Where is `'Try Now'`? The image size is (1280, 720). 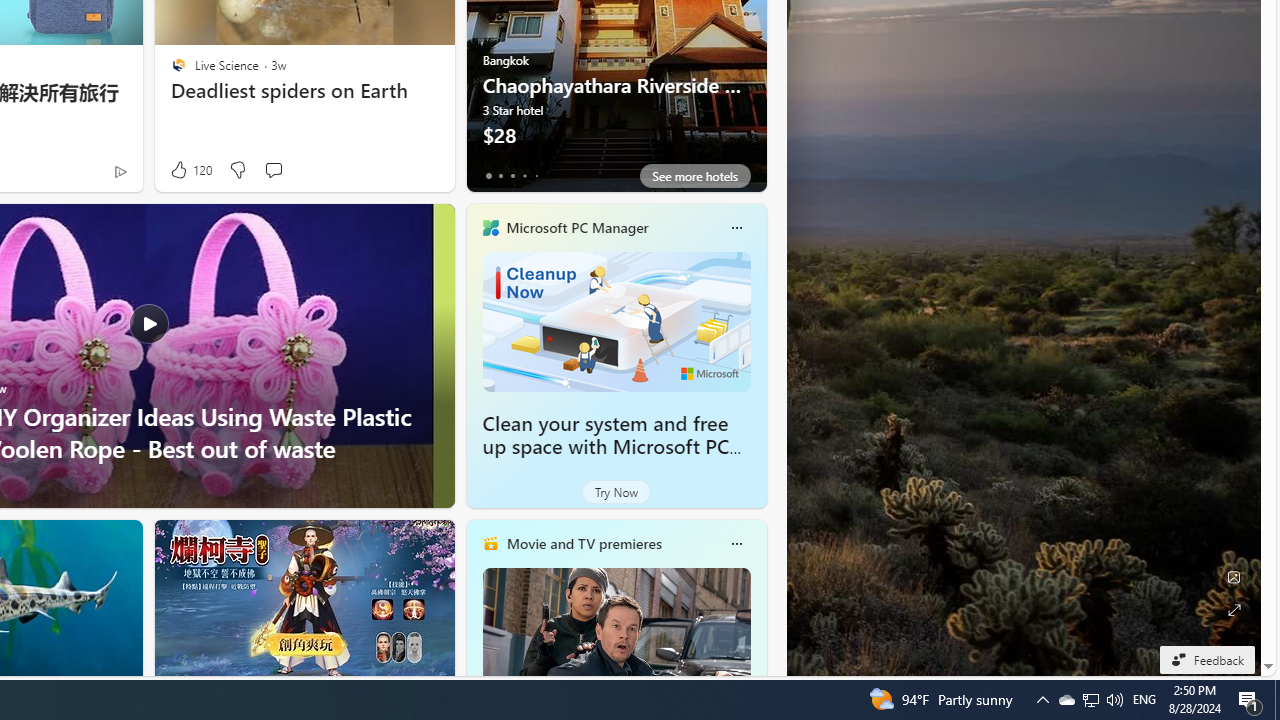
'Try Now' is located at coordinates (615, 492).